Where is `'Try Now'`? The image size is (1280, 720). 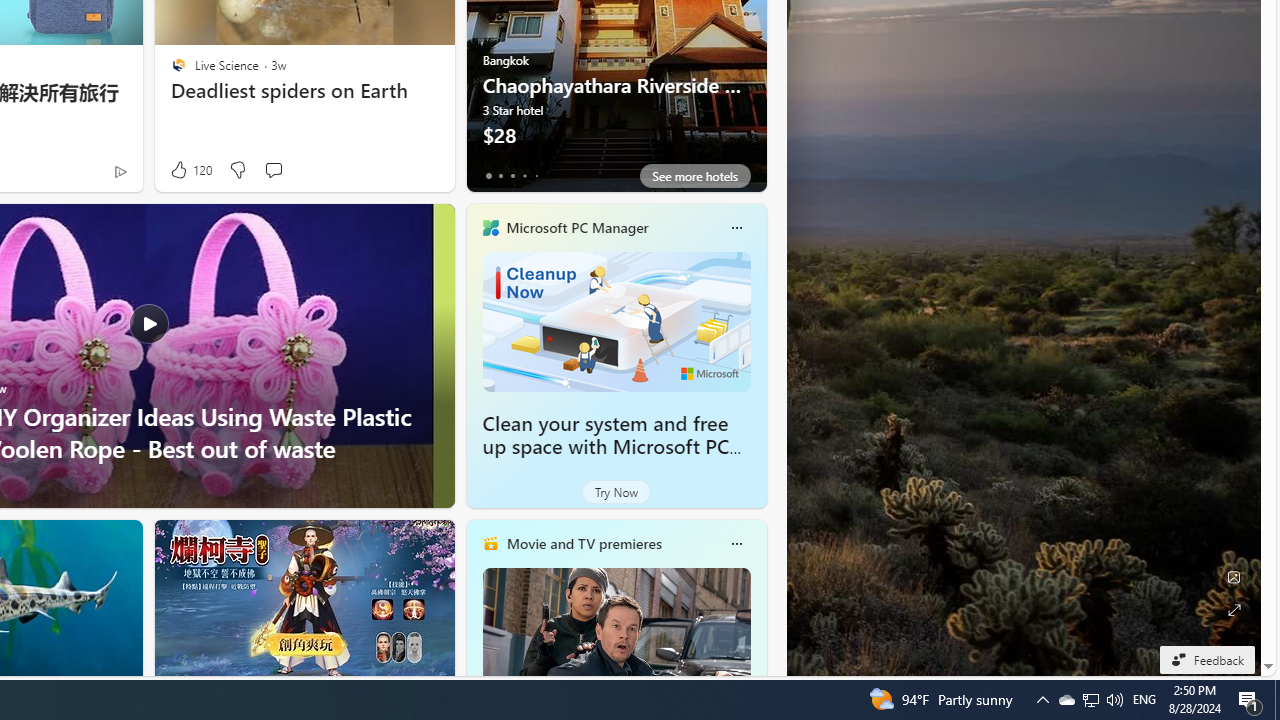
'Try Now' is located at coordinates (615, 492).